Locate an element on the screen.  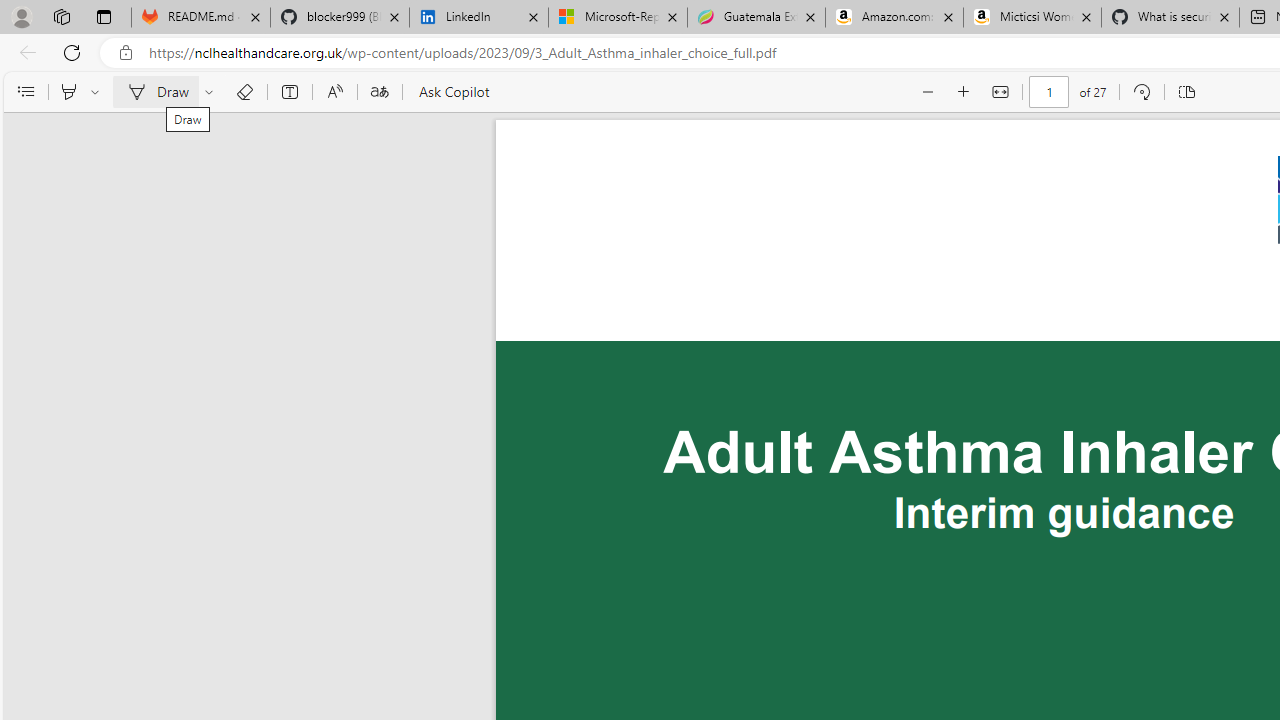
'Select a highlight color' is located at coordinates (97, 92).